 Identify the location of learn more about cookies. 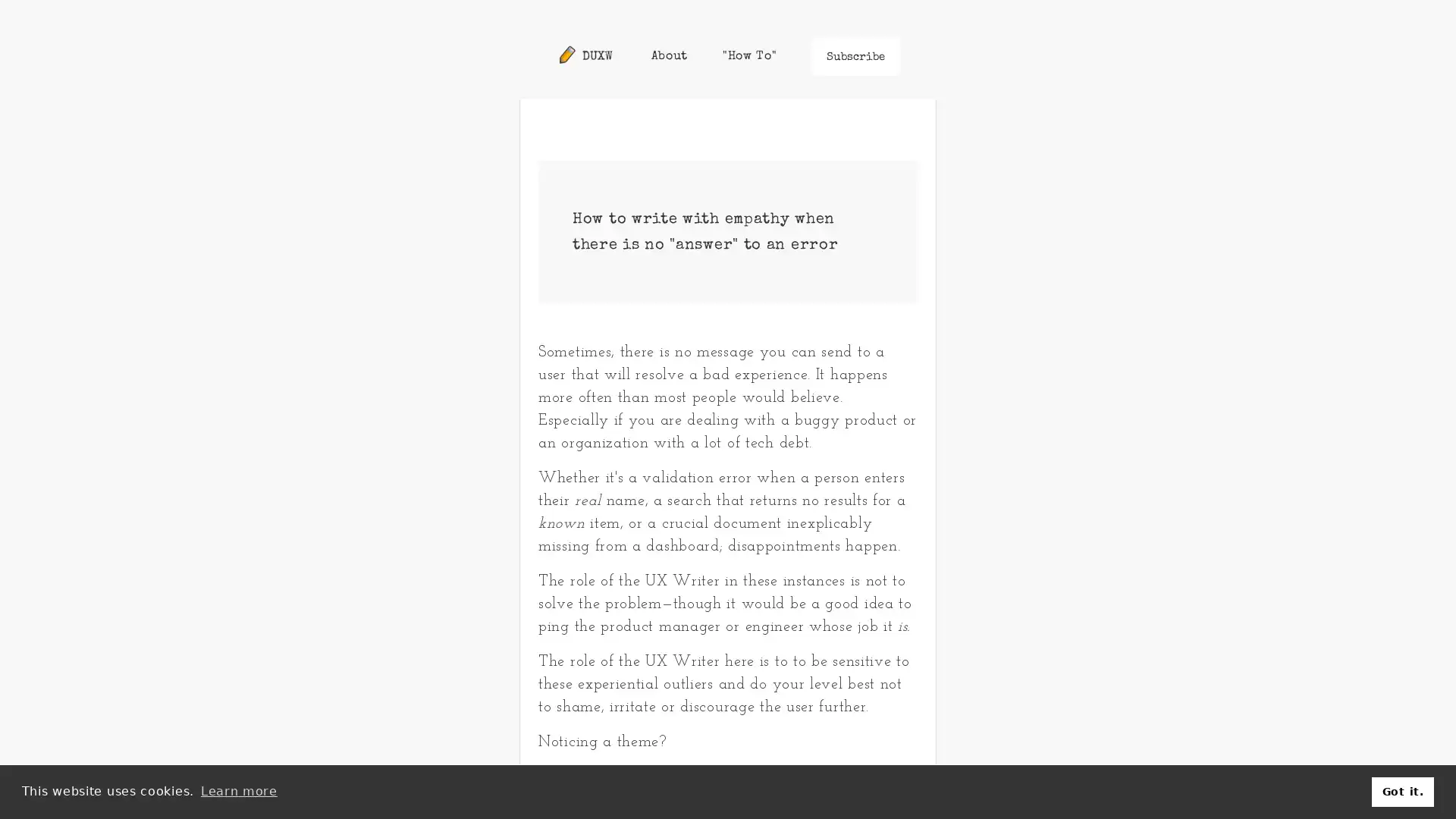
(238, 791).